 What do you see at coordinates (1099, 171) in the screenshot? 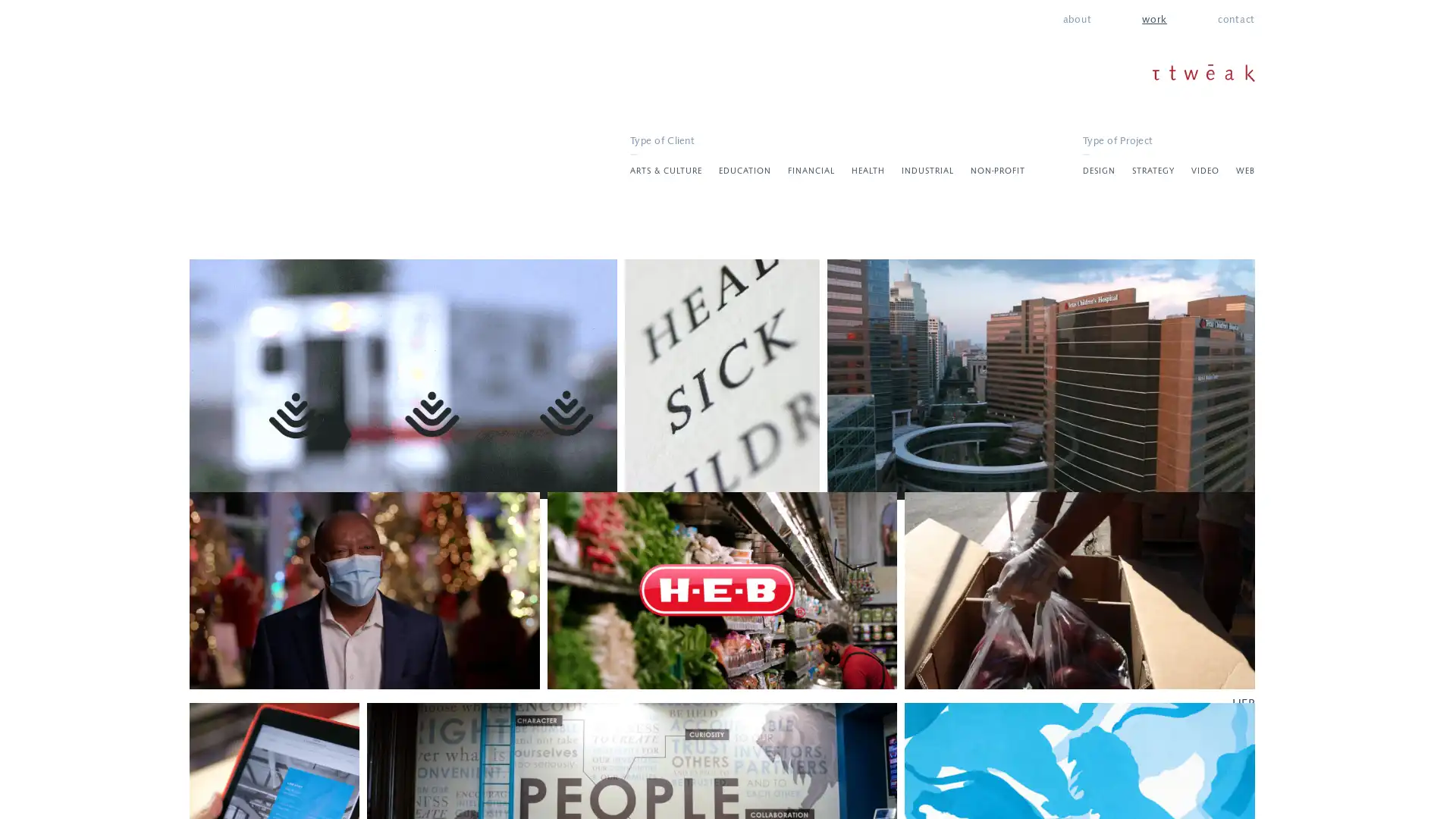
I see `DESIGN` at bounding box center [1099, 171].